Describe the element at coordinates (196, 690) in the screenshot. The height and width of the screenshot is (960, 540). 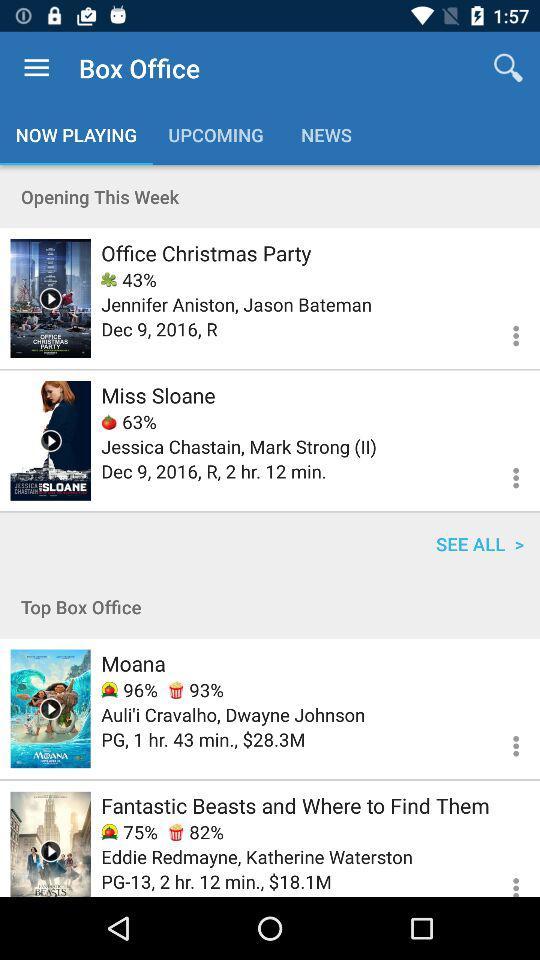
I see `93%` at that location.